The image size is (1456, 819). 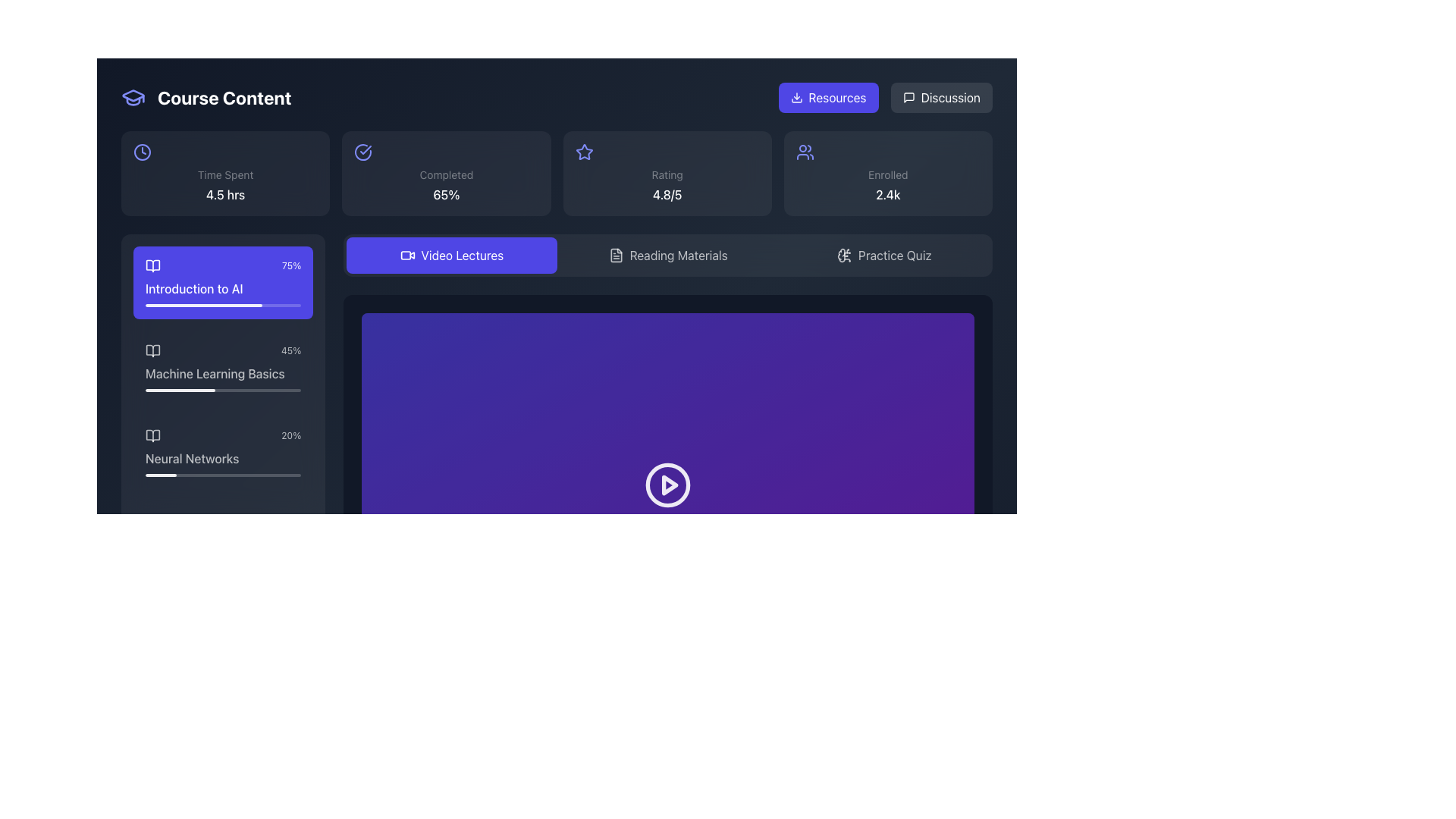 I want to click on the Text Label that indicates the numerical rating of '4.8/5', located below the star icon in the rating section of the dashboard interface, so click(x=667, y=174).